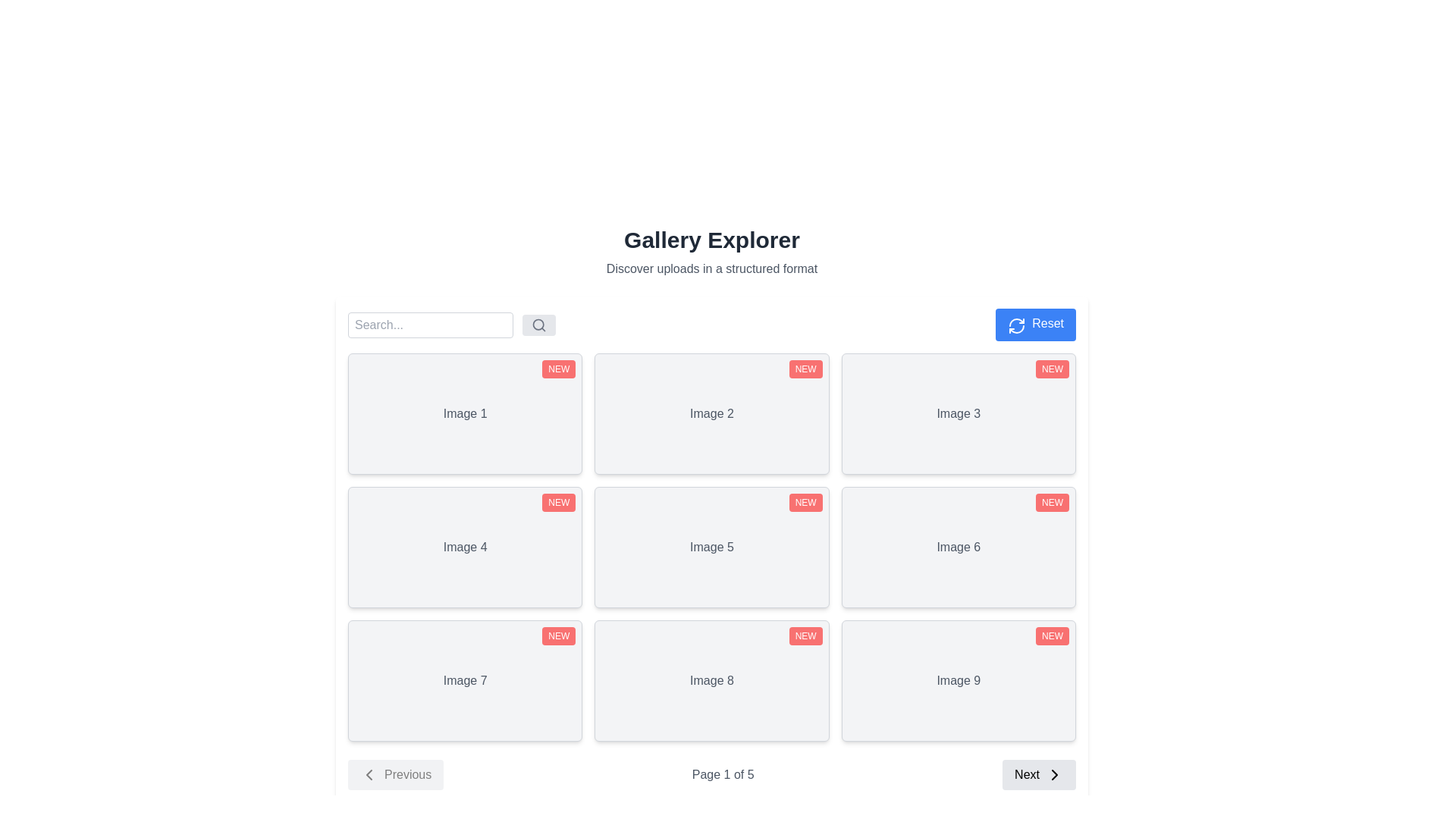  Describe the element at coordinates (464, 547) in the screenshot. I see `the gray-colored text label displaying 'Image 4' located in the middle of the first card in the second row of a 3x3 grid layout` at that location.